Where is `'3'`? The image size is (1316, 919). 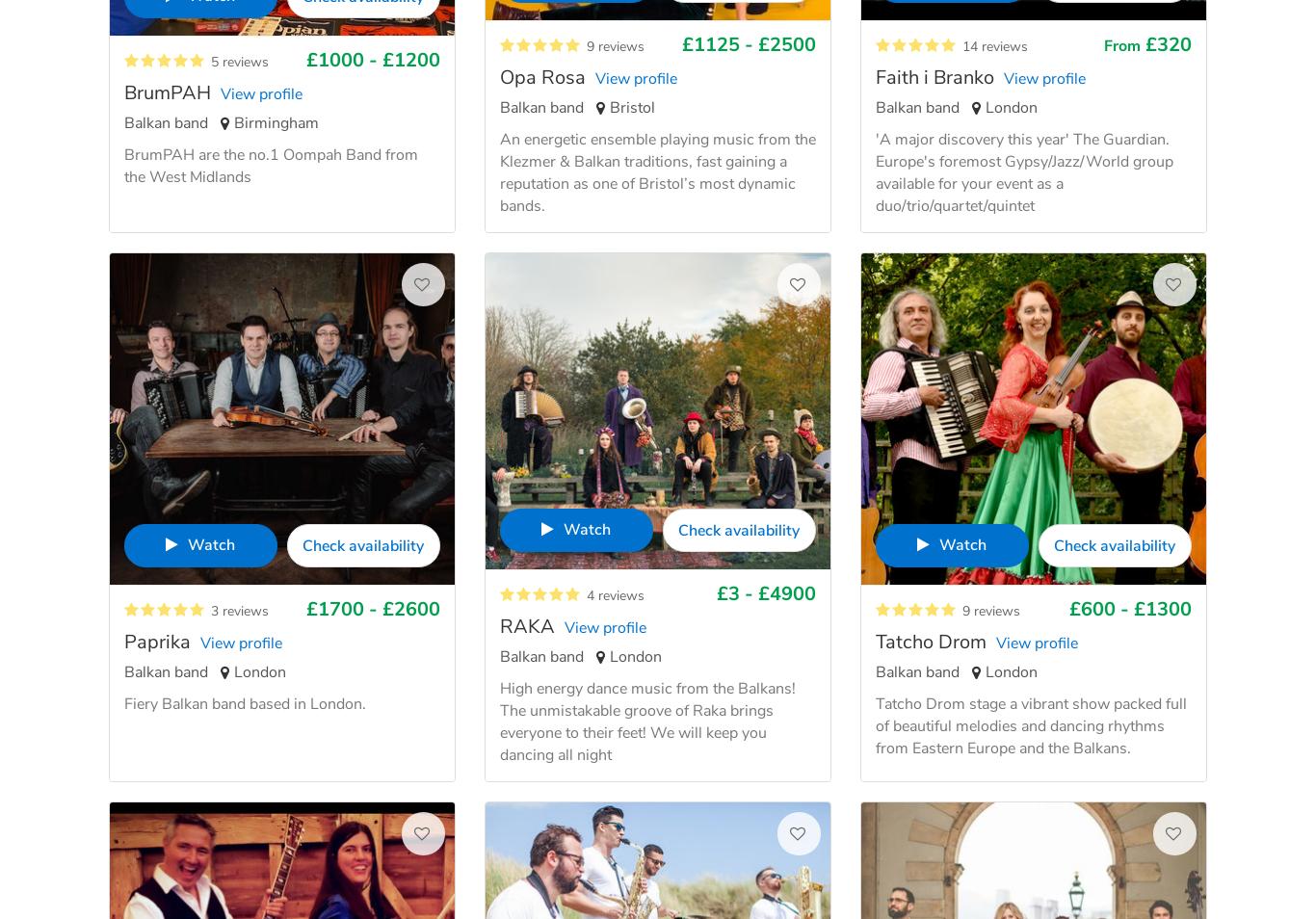
'3' is located at coordinates (209, 609).